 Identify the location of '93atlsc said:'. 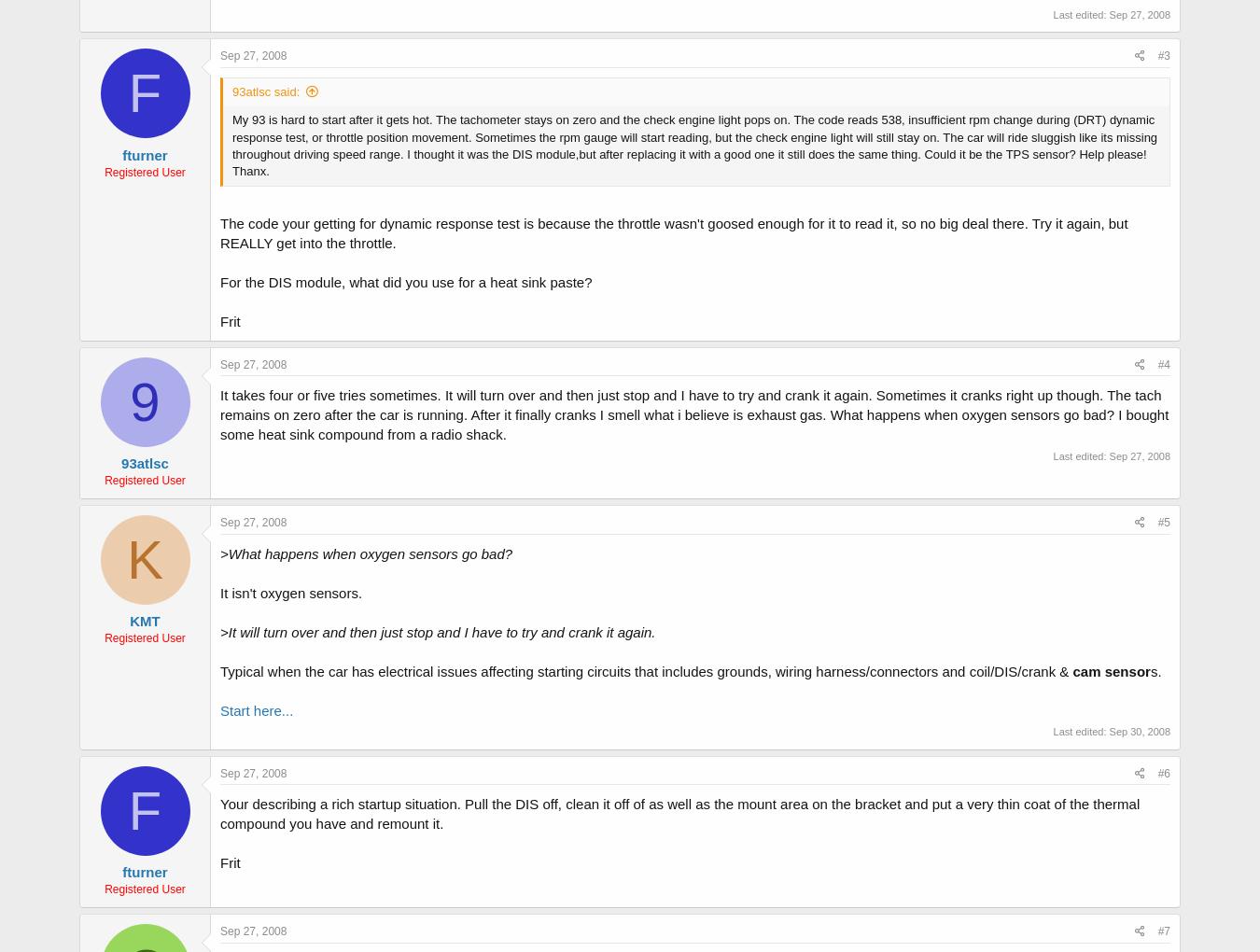
(264, 91).